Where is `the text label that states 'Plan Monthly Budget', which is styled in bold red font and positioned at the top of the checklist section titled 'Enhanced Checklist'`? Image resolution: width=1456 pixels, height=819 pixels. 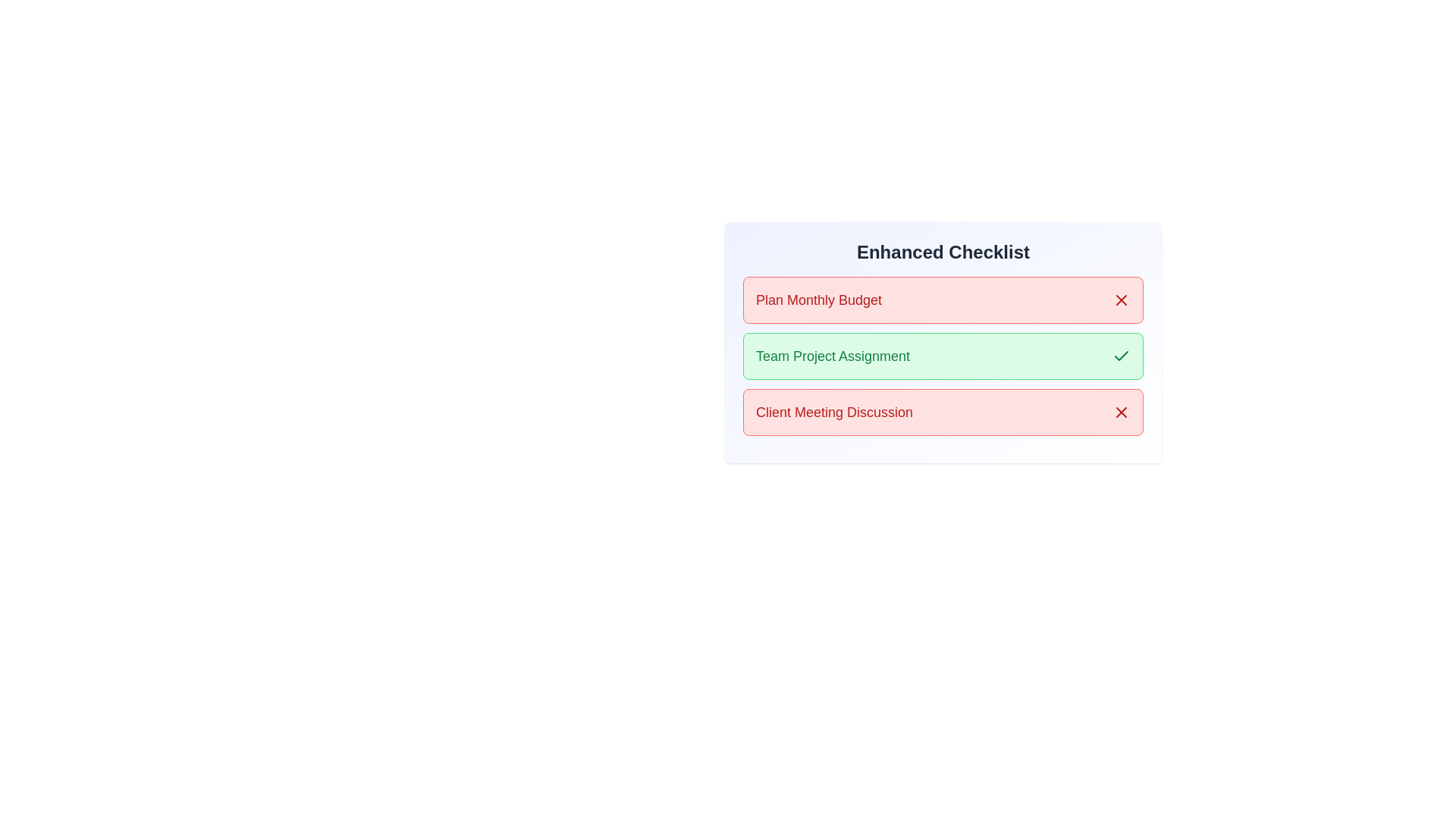
the text label that states 'Plan Monthly Budget', which is styled in bold red font and positioned at the top of the checklist section titled 'Enhanced Checklist' is located at coordinates (818, 300).